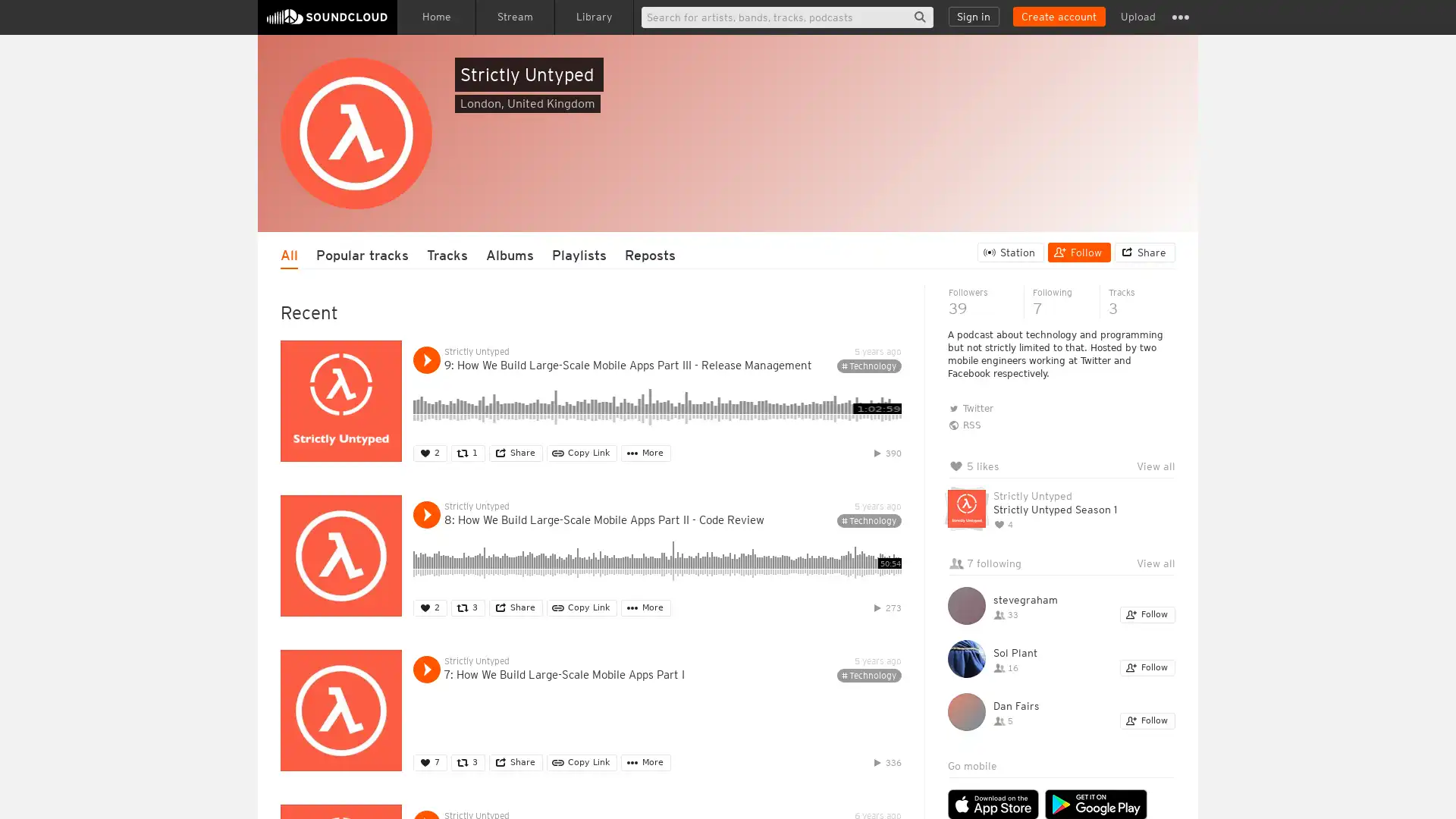 The height and width of the screenshot is (819, 1456). What do you see at coordinates (1165, 414) in the screenshot?
I see `Hide queue` at bounding box center [1165, 414].